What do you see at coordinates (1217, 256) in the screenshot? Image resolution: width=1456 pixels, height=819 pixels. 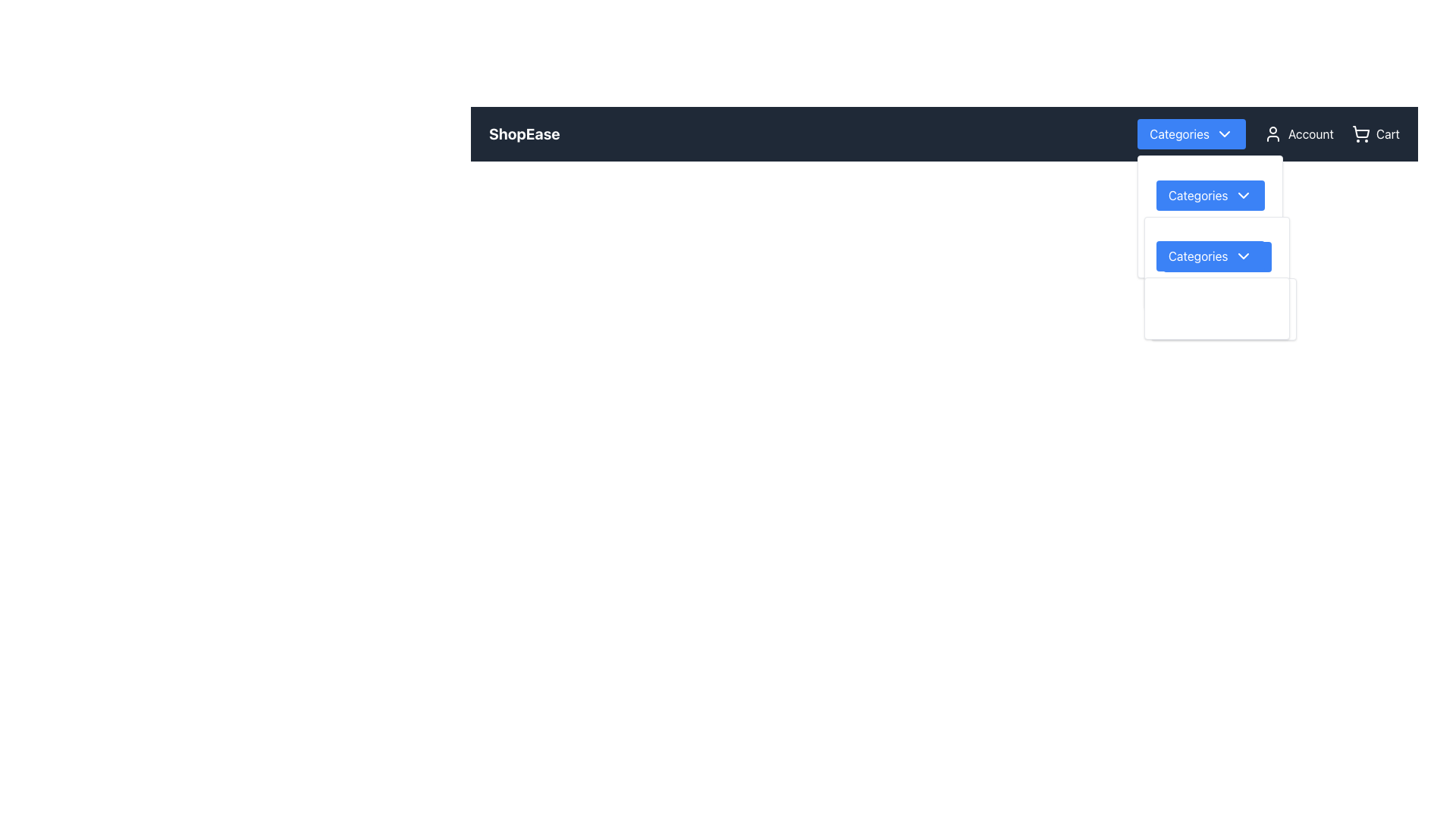 I see `the 'Categories' button with a blue background and white text in the drop-down menu` at bounding box center [1217, 256].